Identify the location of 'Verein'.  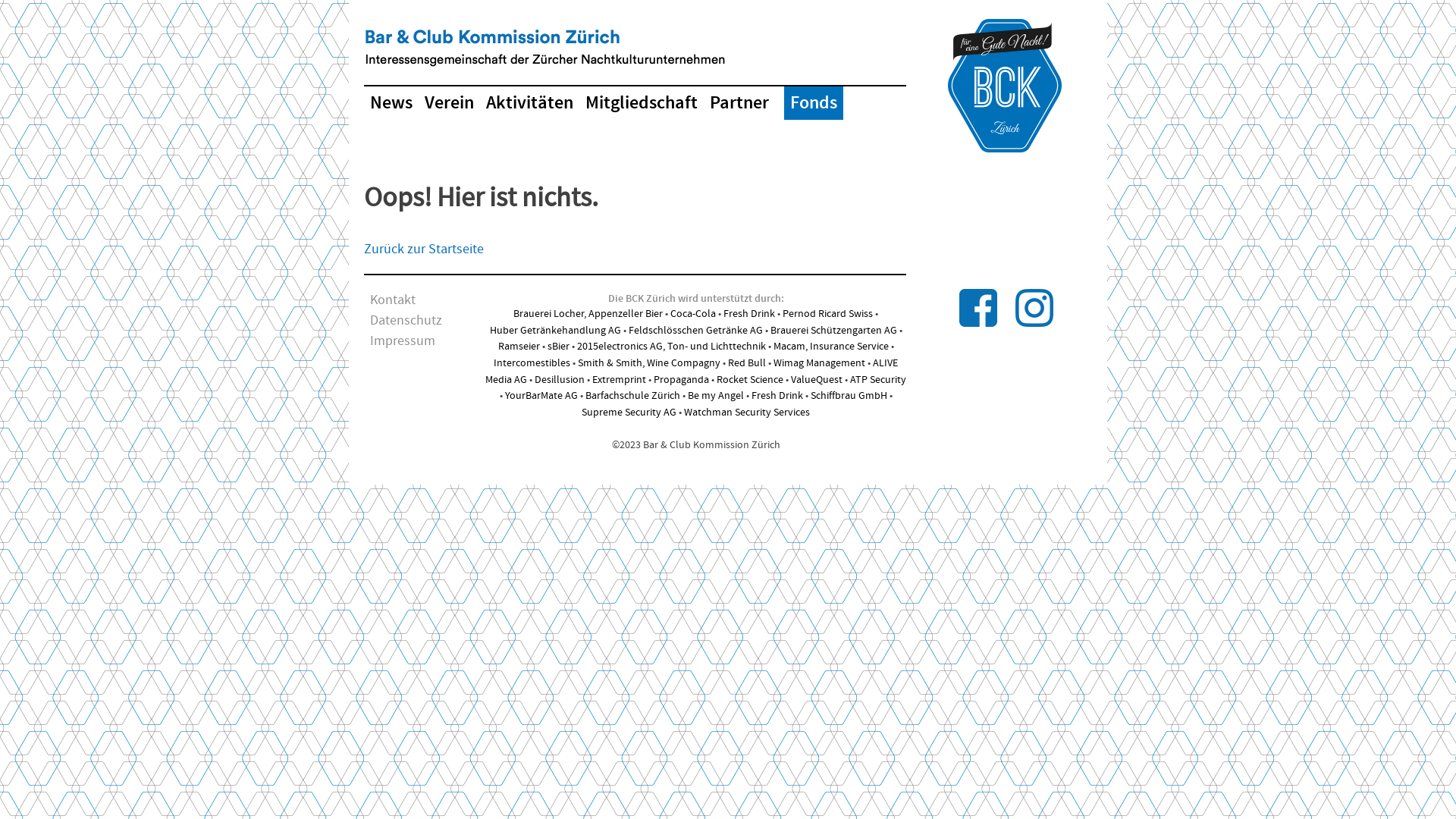
(448, 102).